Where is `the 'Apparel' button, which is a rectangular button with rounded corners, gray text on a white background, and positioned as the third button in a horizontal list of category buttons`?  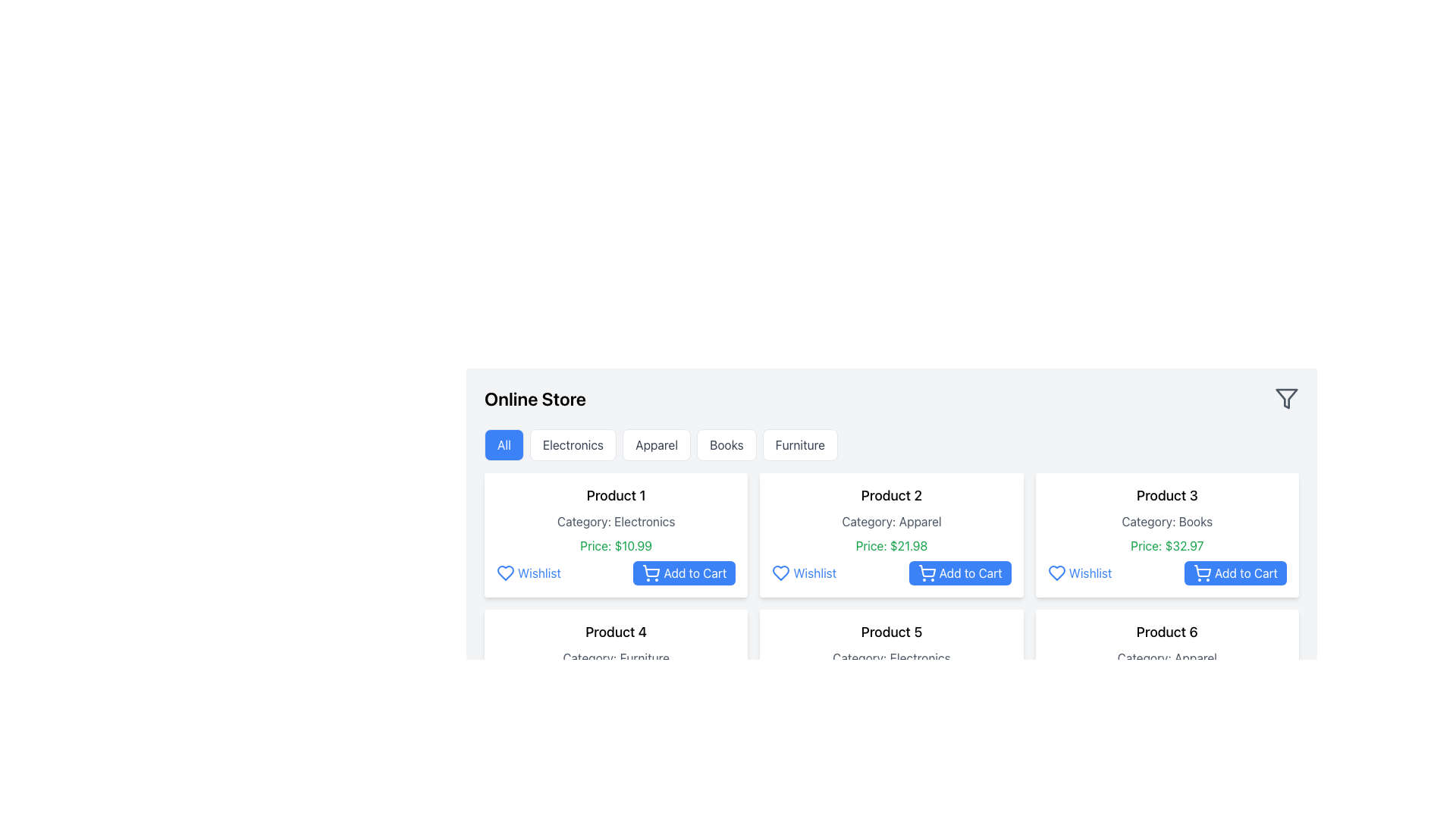 the 'Apparel' button, which is a rectangular button with rounded corners, gray text on a white background, and positioned as the third button in a horizontal list of category buttons is located at coordinates (657, 444).